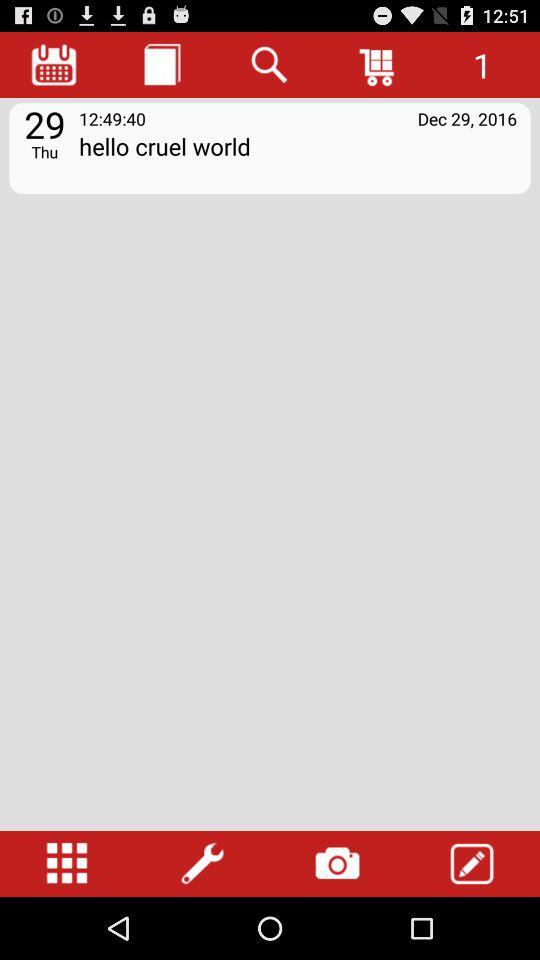 This screenshot has height=960, width=540. What do you see at coordinates (378, 64) in the screenshot?
I see `your cart` at bounding box center [378, 64].